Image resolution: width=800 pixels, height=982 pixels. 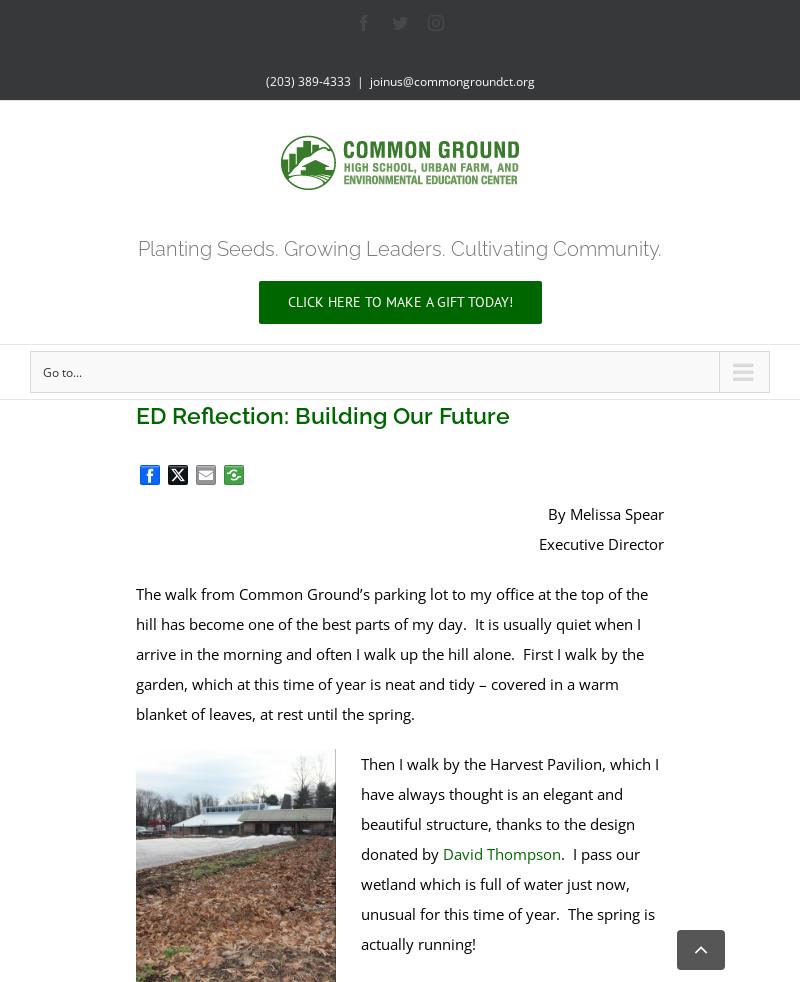 I want to click on 'CLICK HERE TO MAKE A GIFT TODAY!', so click(x=398, y=301).